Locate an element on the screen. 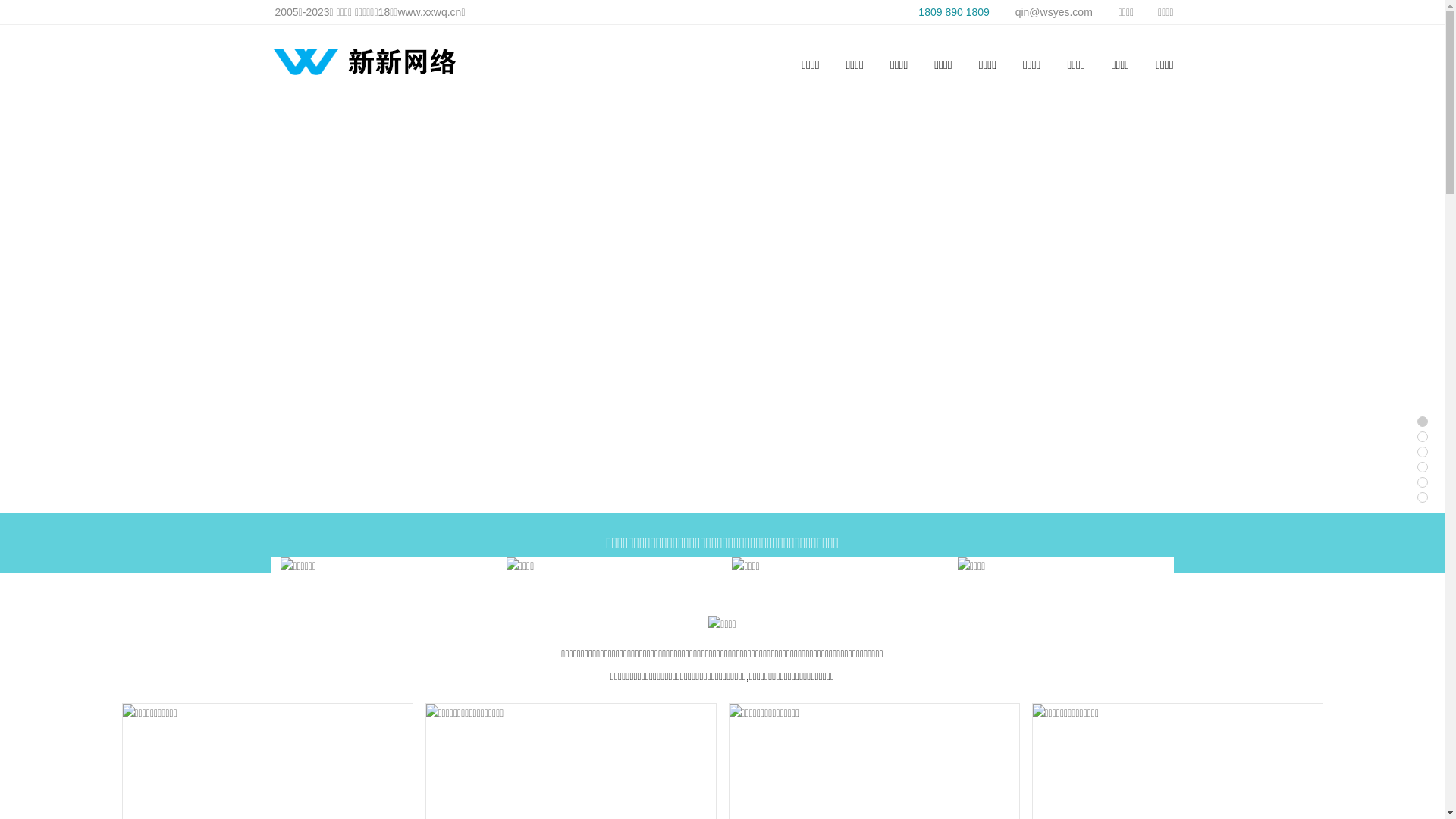  'qin@wsyes.com' is located at coordinates (1044, 11).